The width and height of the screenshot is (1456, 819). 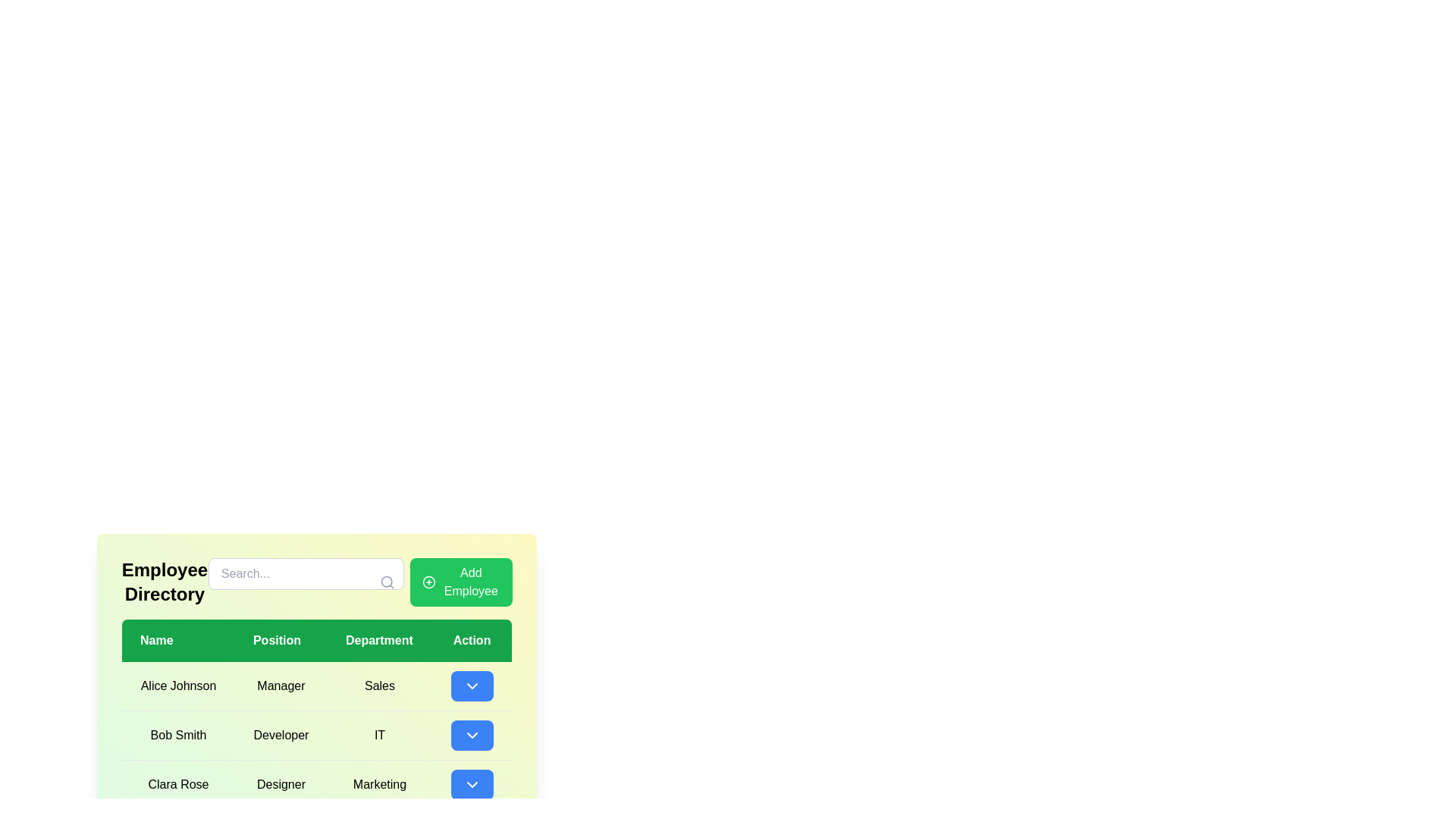 What do you see at coordinates (471, 734) in the screenshot?
I see `the button in the 'Action' column associated with 'Bob Smith'` at bounding box center [471, 734].